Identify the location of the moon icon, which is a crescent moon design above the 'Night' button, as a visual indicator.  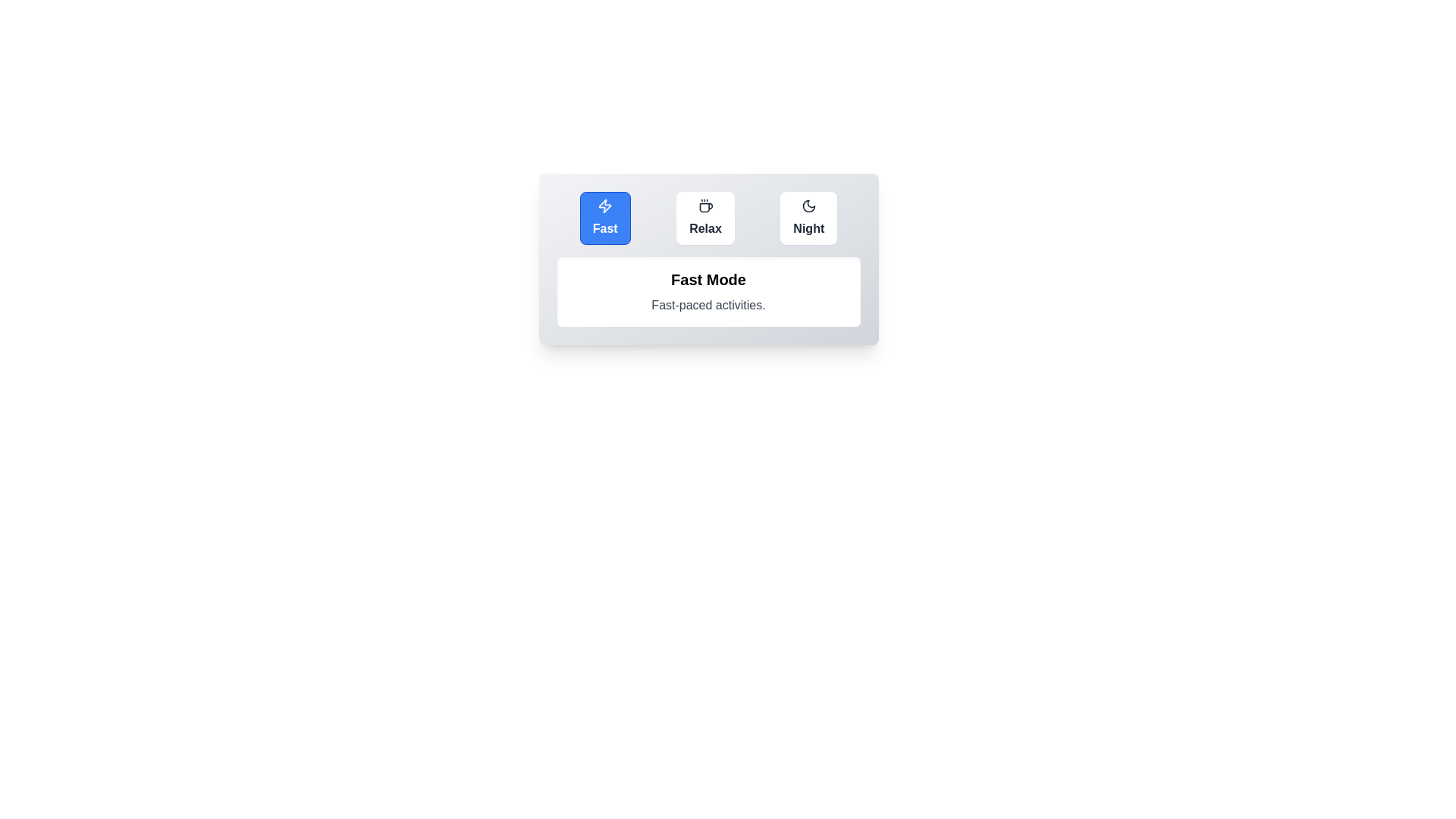
(808, 206).